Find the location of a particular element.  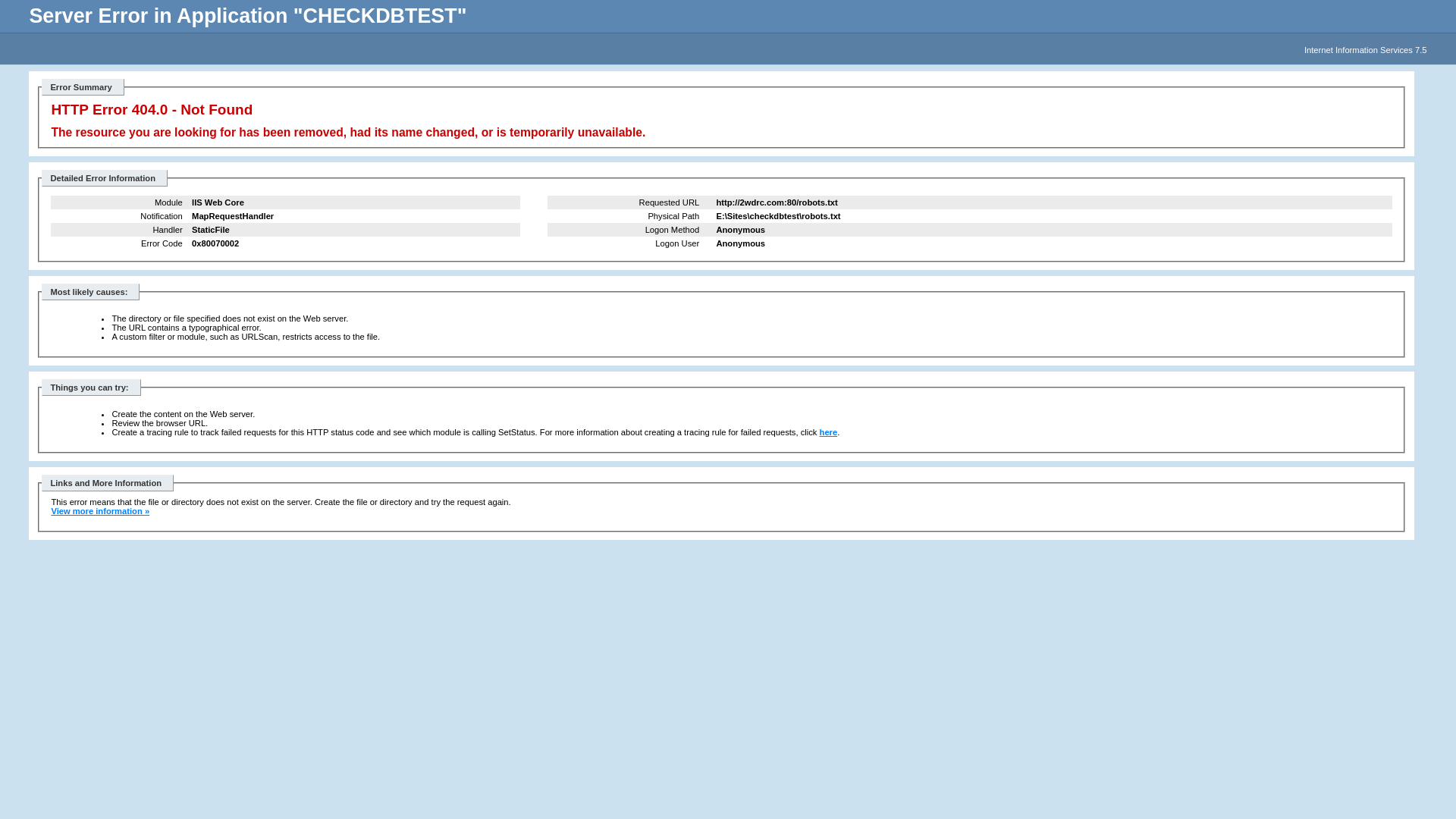

'here' is located at coordinates (828, 432).